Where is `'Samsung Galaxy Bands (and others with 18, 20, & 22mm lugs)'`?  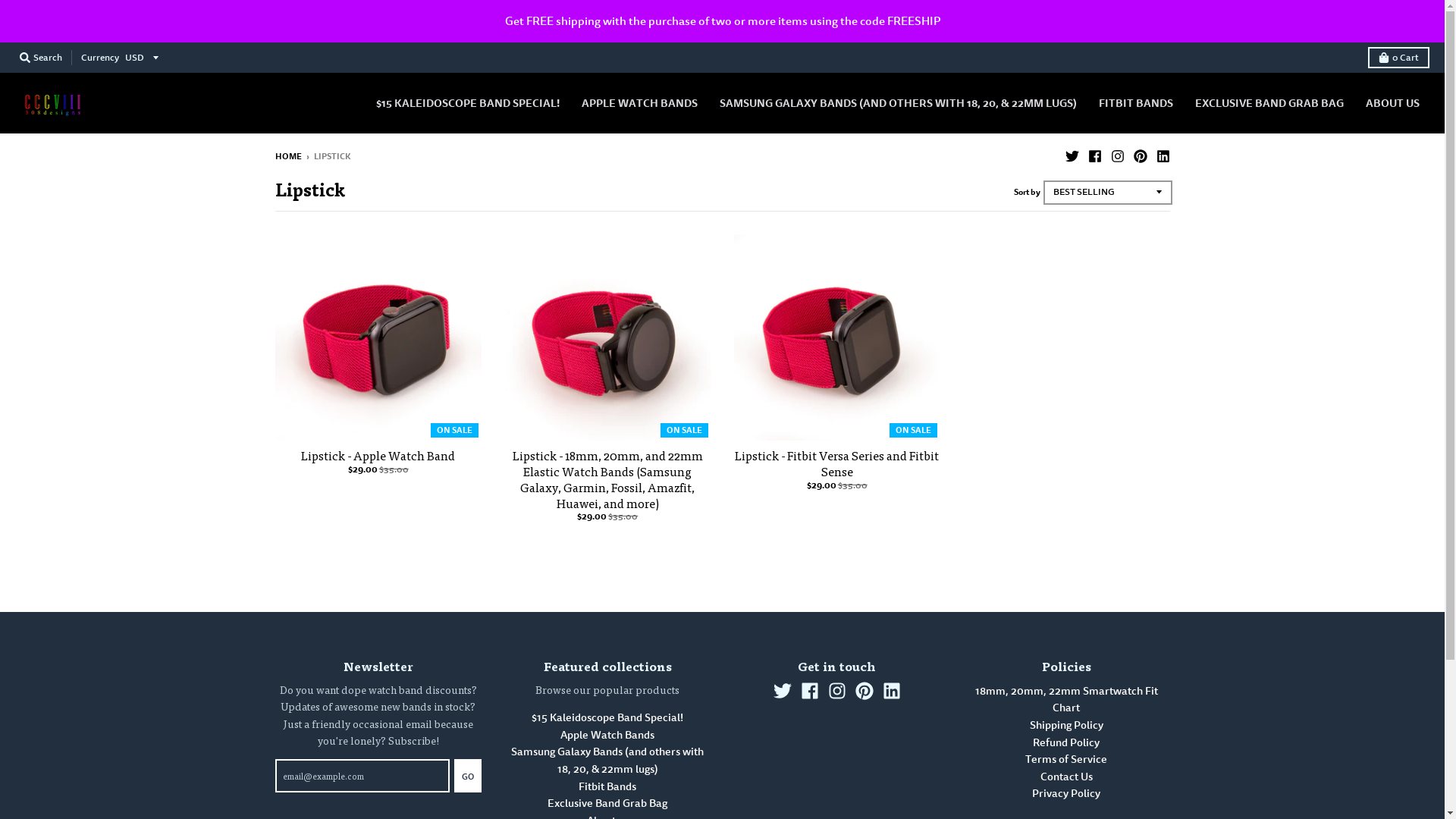 'Samsung Galaxy Bands (and others with 18, 20, & 22mm lugs)' is located at coordinates (510, 760).